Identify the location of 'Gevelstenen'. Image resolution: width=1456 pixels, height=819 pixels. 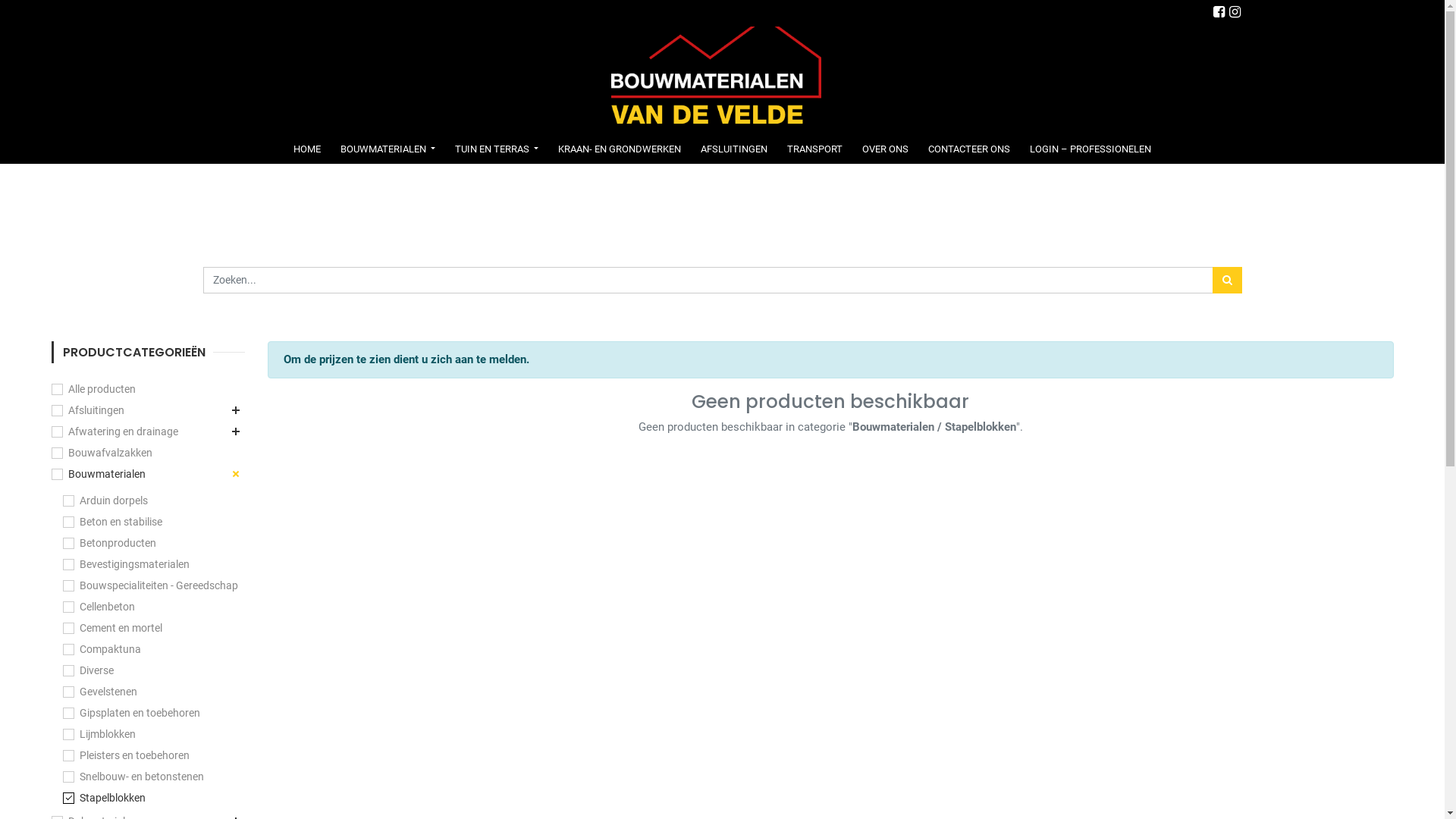
(61, 691).